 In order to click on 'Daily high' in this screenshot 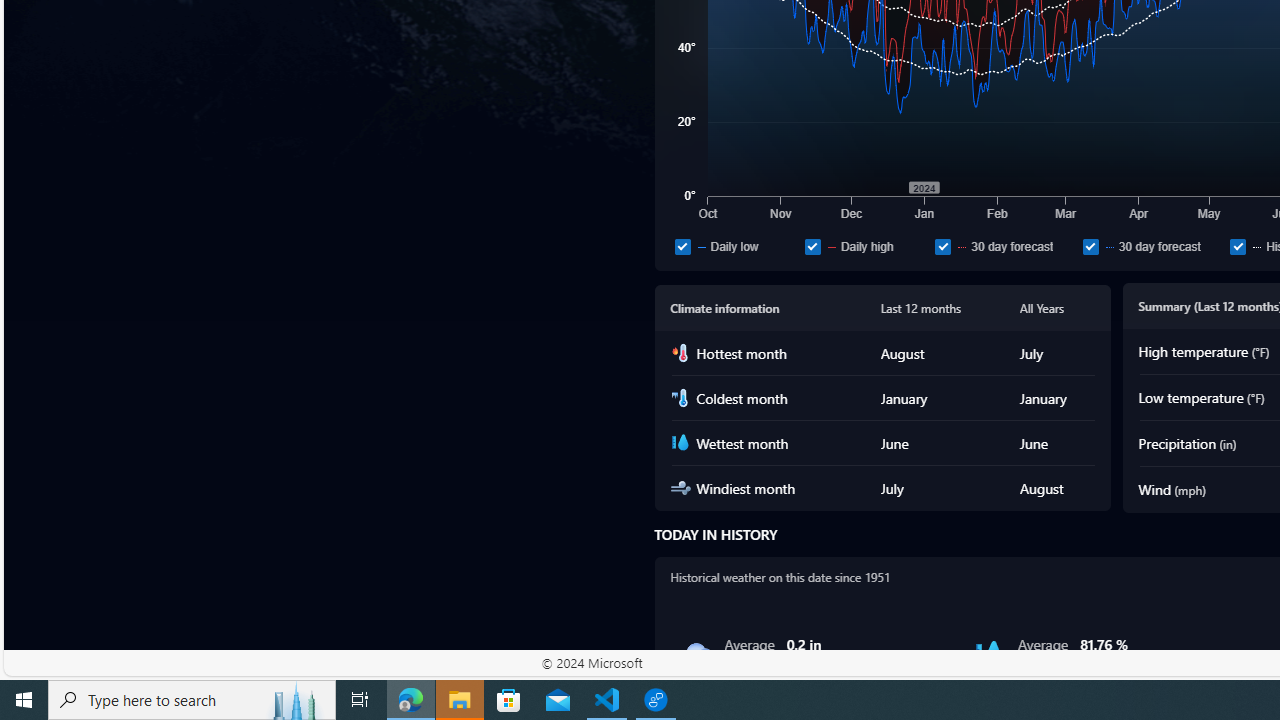, I will do `click(812, 245)`.